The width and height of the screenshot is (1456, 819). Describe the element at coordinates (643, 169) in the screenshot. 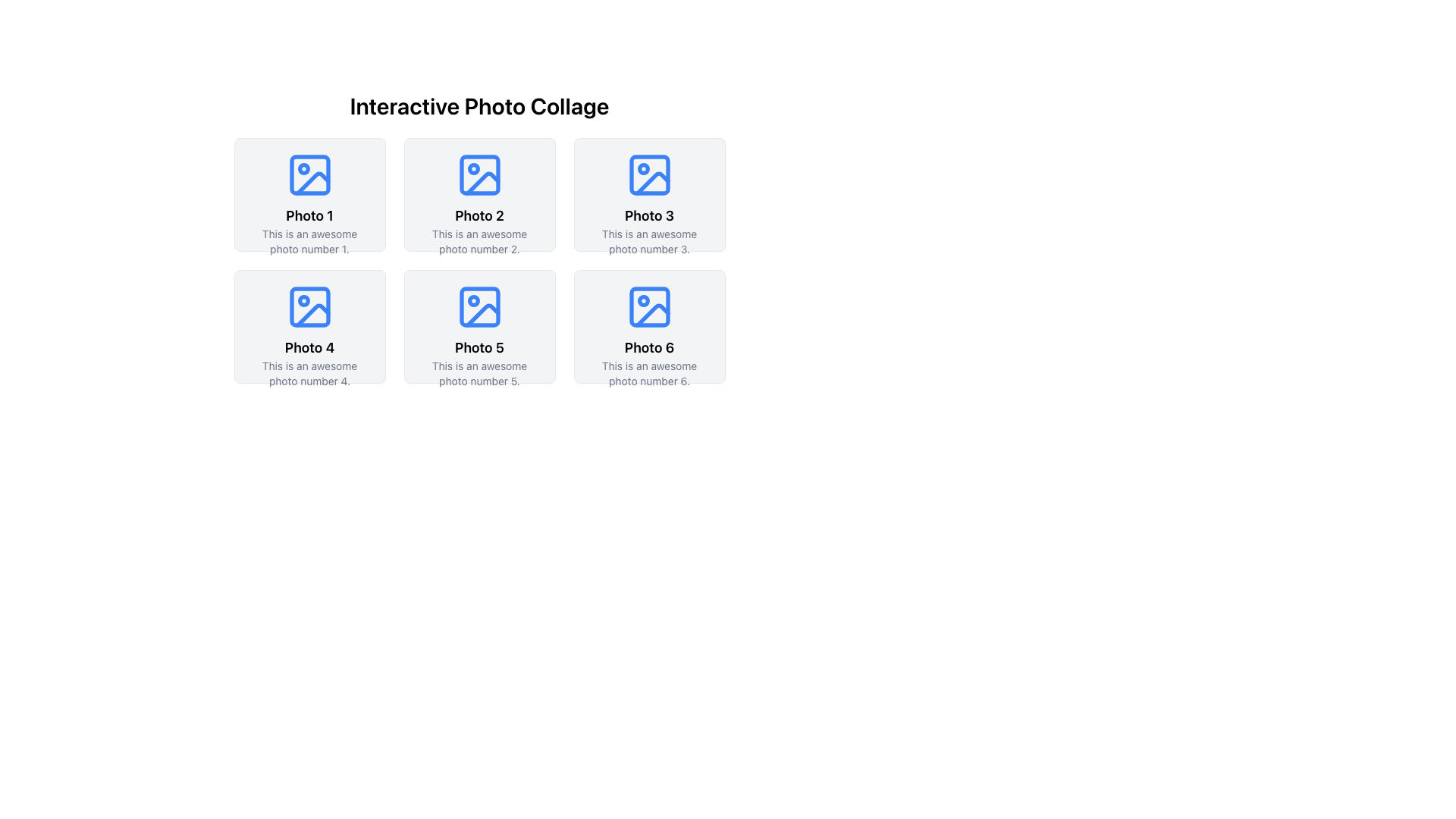

I see `the decorative circle element inside the 'Photo 3' icon in the 'Interactive Photo Collage' section` at that location.